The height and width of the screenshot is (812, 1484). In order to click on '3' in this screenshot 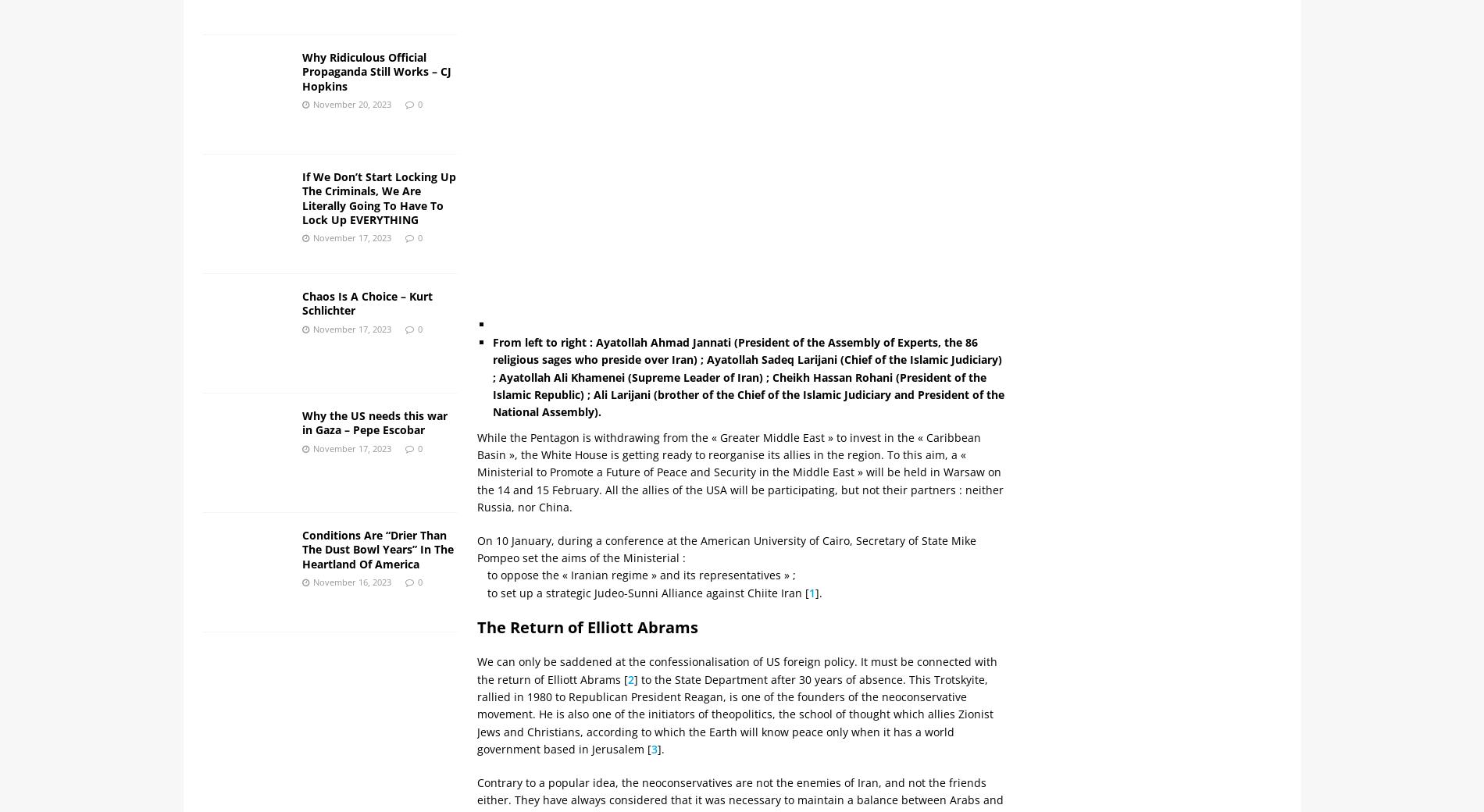, I will do `click(654, 749)`.